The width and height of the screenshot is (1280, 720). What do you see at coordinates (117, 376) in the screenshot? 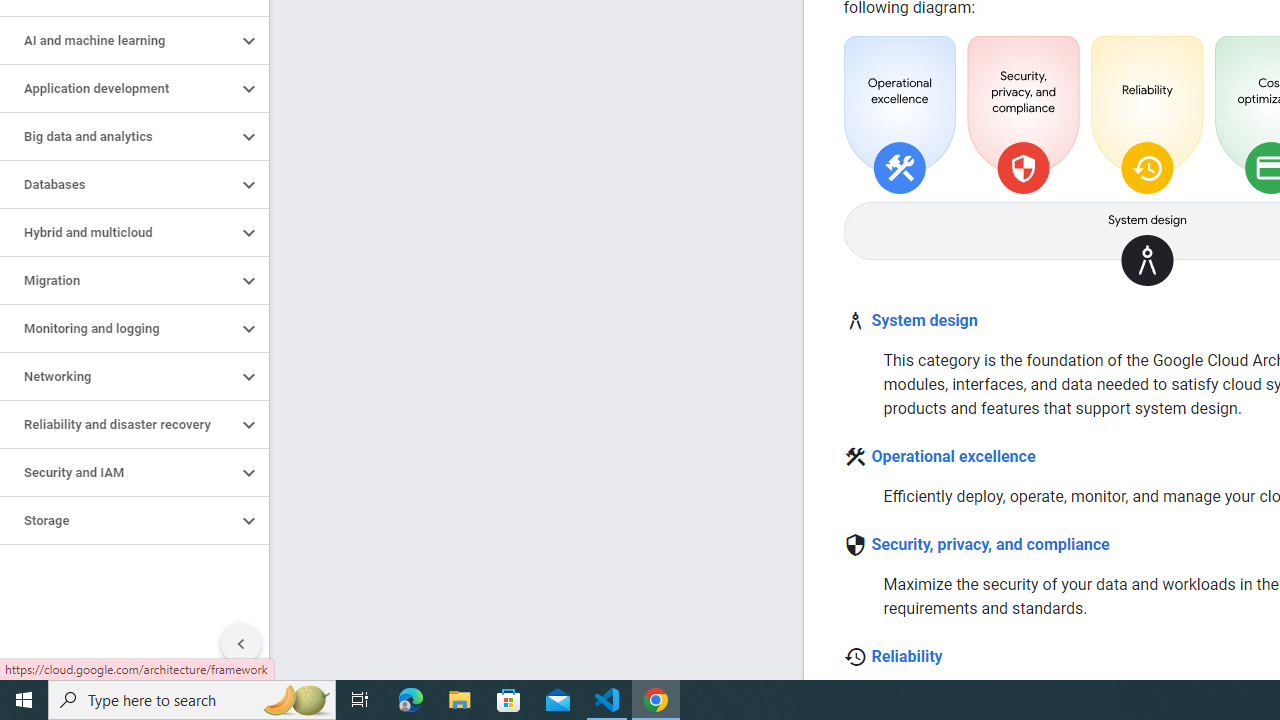
I see `'Networking'` at bounding box center [117, 376].